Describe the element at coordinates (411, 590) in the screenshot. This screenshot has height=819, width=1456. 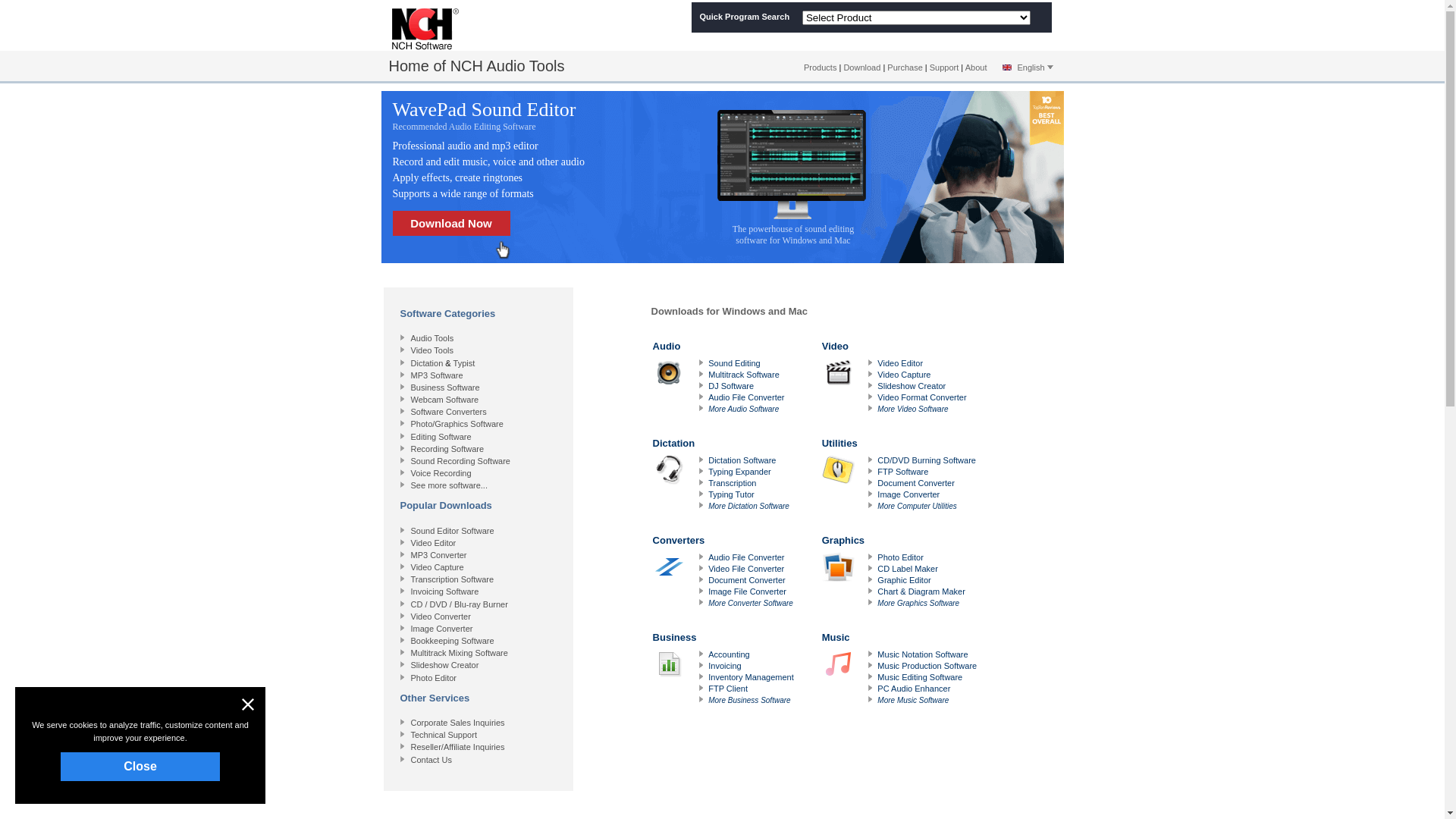
I see `'Invoicing Software'` at that location.